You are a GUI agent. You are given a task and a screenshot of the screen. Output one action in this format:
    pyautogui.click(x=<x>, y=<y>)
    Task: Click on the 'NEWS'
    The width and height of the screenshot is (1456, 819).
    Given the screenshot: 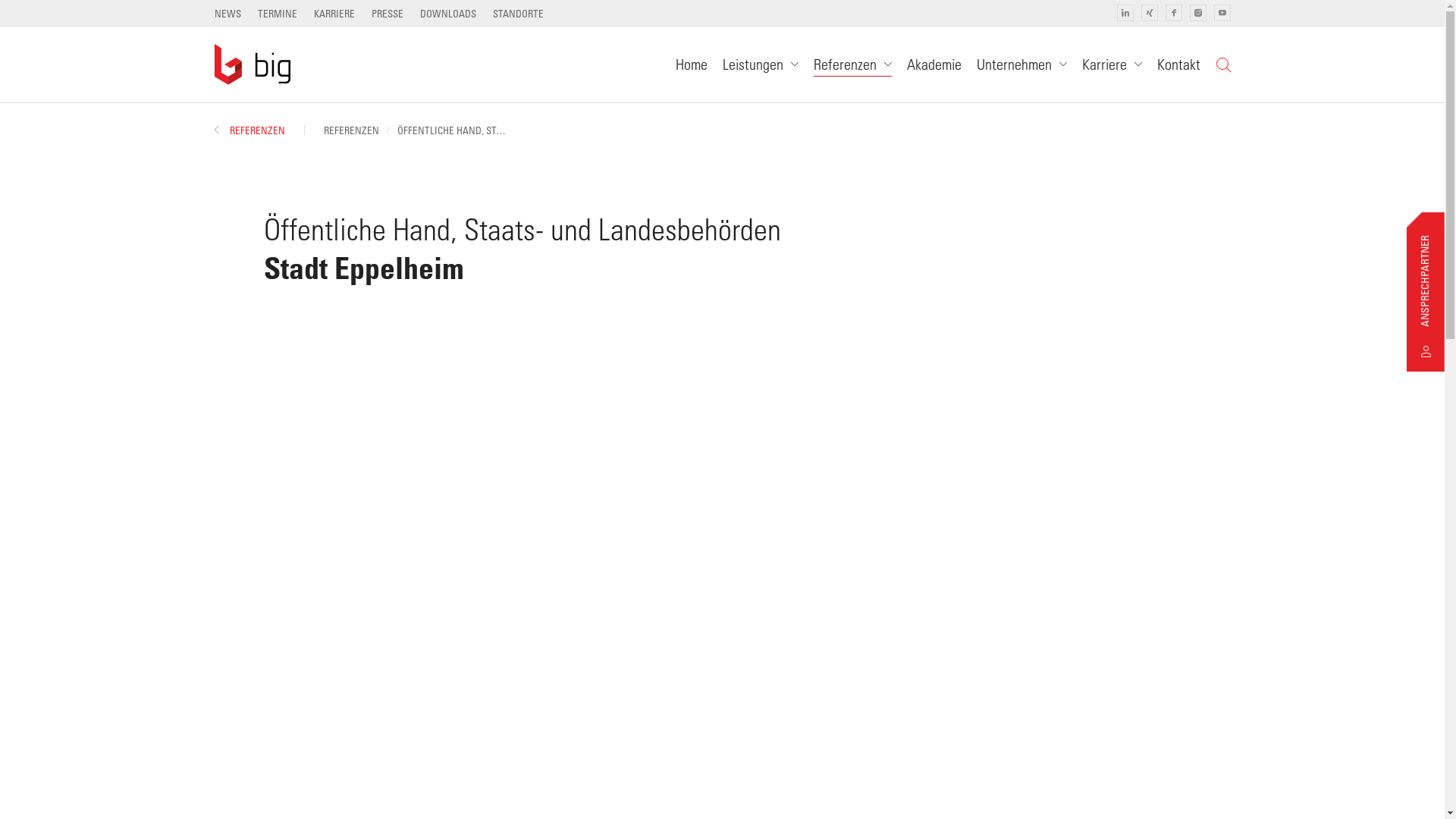 What is the action you would take?
    pyautogui.click(x=226, y=13)
    